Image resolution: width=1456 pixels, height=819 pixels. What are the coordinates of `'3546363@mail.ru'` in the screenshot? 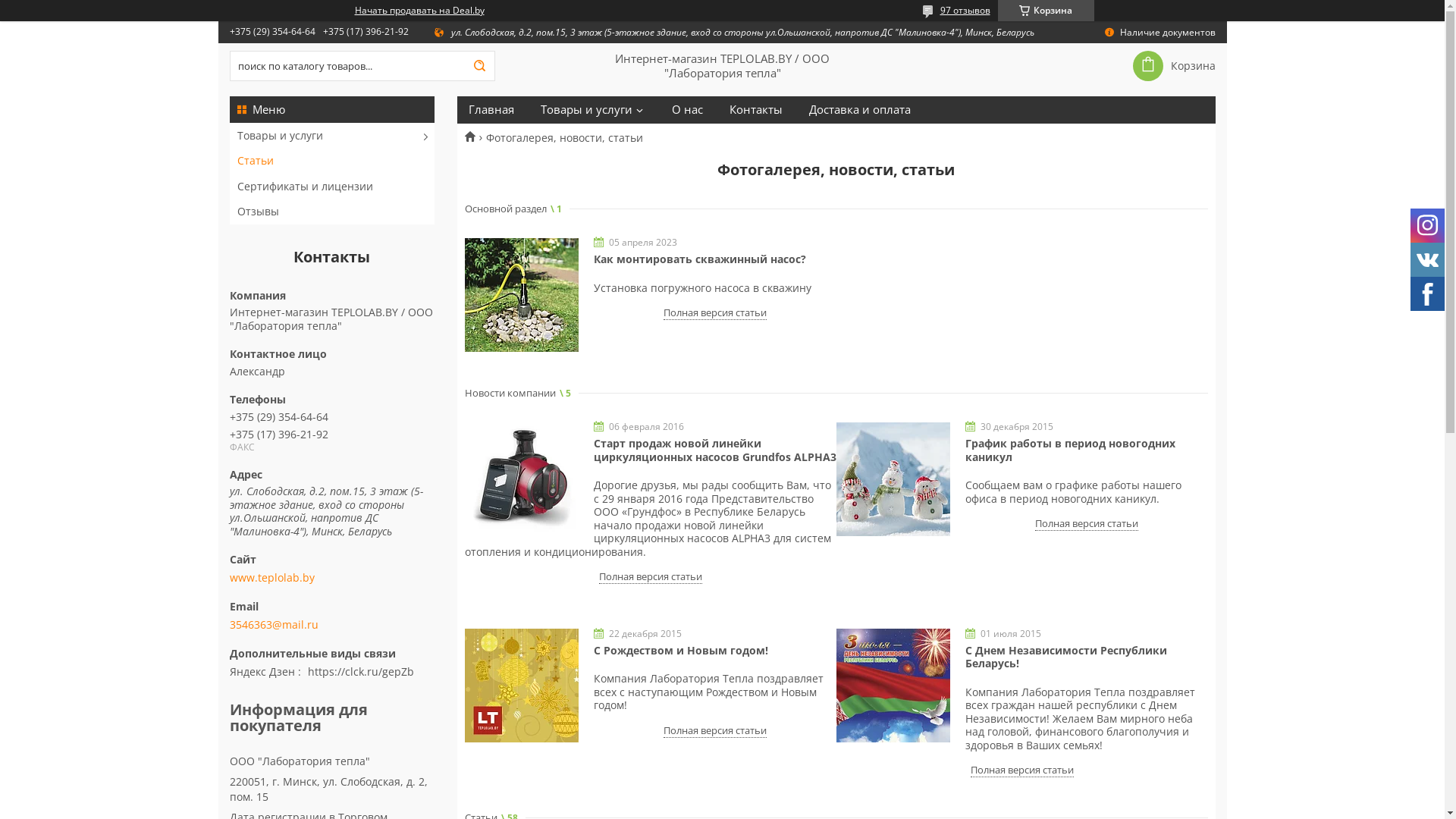 It's located at (273, 625).